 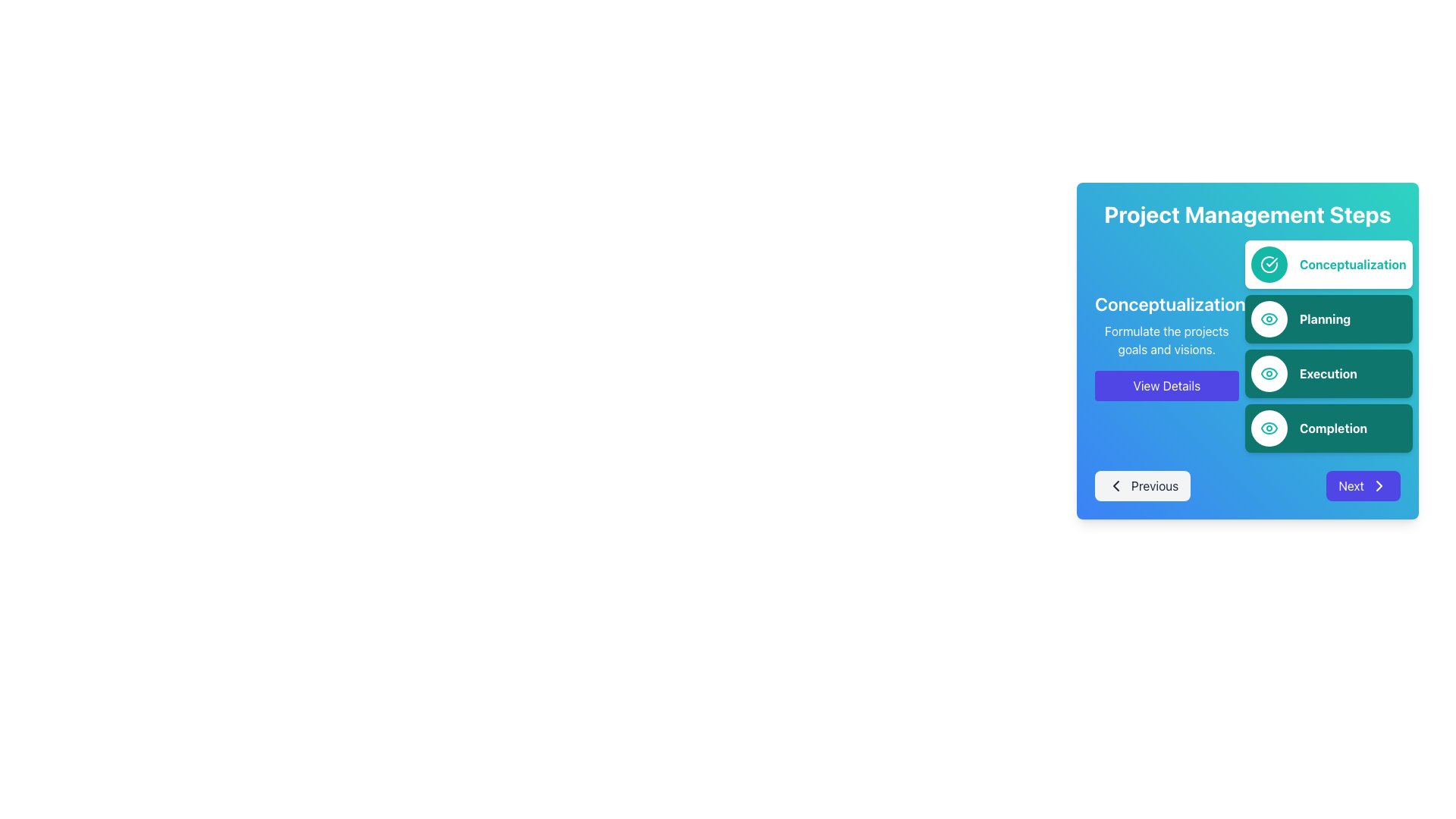 What do you see at coordinates (1269, 318) in the screenshot?
I see `the eye-shaped icon associated with the 'Planning' option, located in the second item of a vertical list of grouped options` at bounding box center [1269, 318].